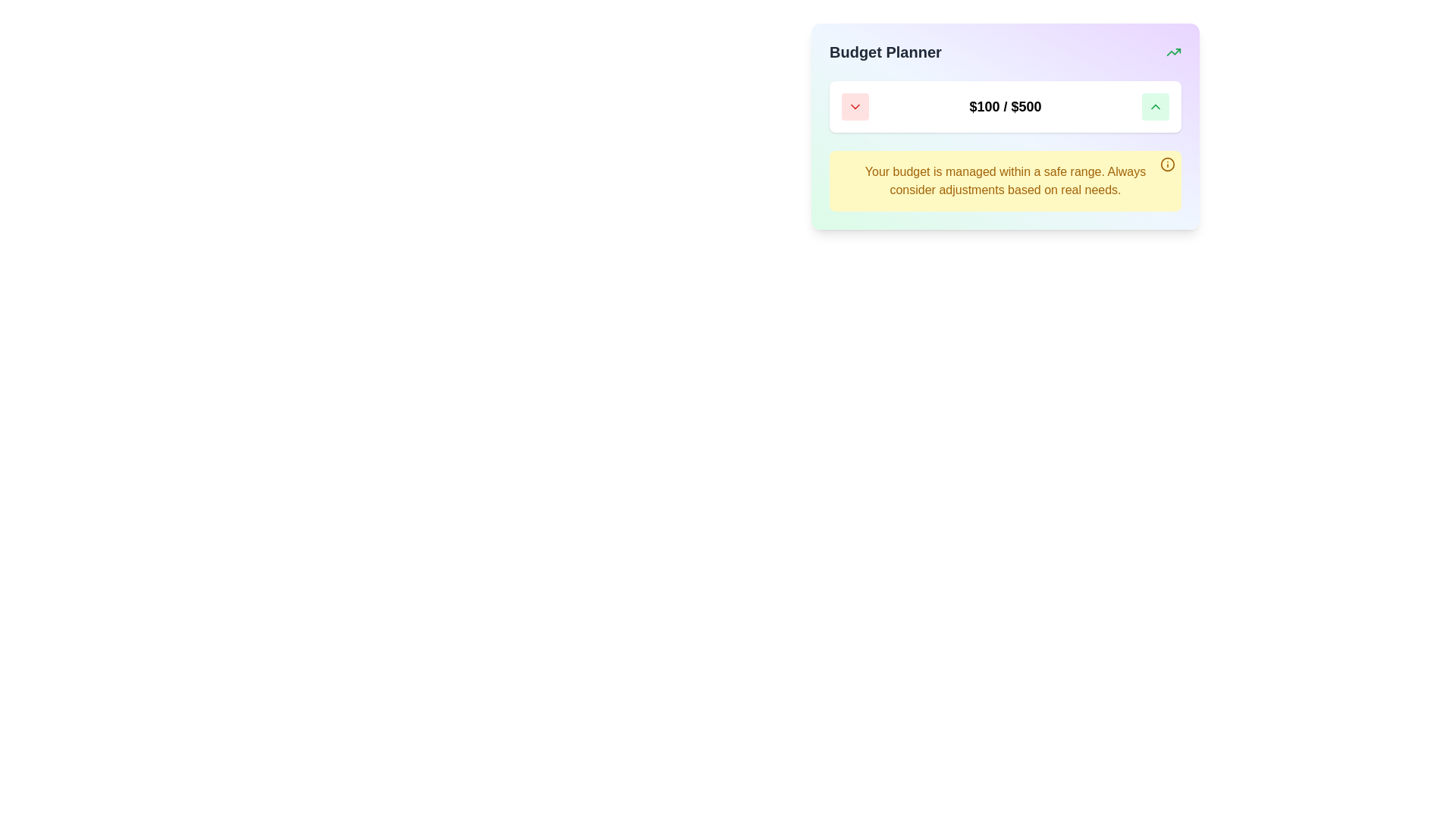  What do you see at coordinates (1005, 106) in the screenshot?
I see `the text display that shows the current and total amounts of a budget within the 'Budget Planner' box, which is centrally located and flanked by two buttons with arrows` at bounding box center [1005, 106].